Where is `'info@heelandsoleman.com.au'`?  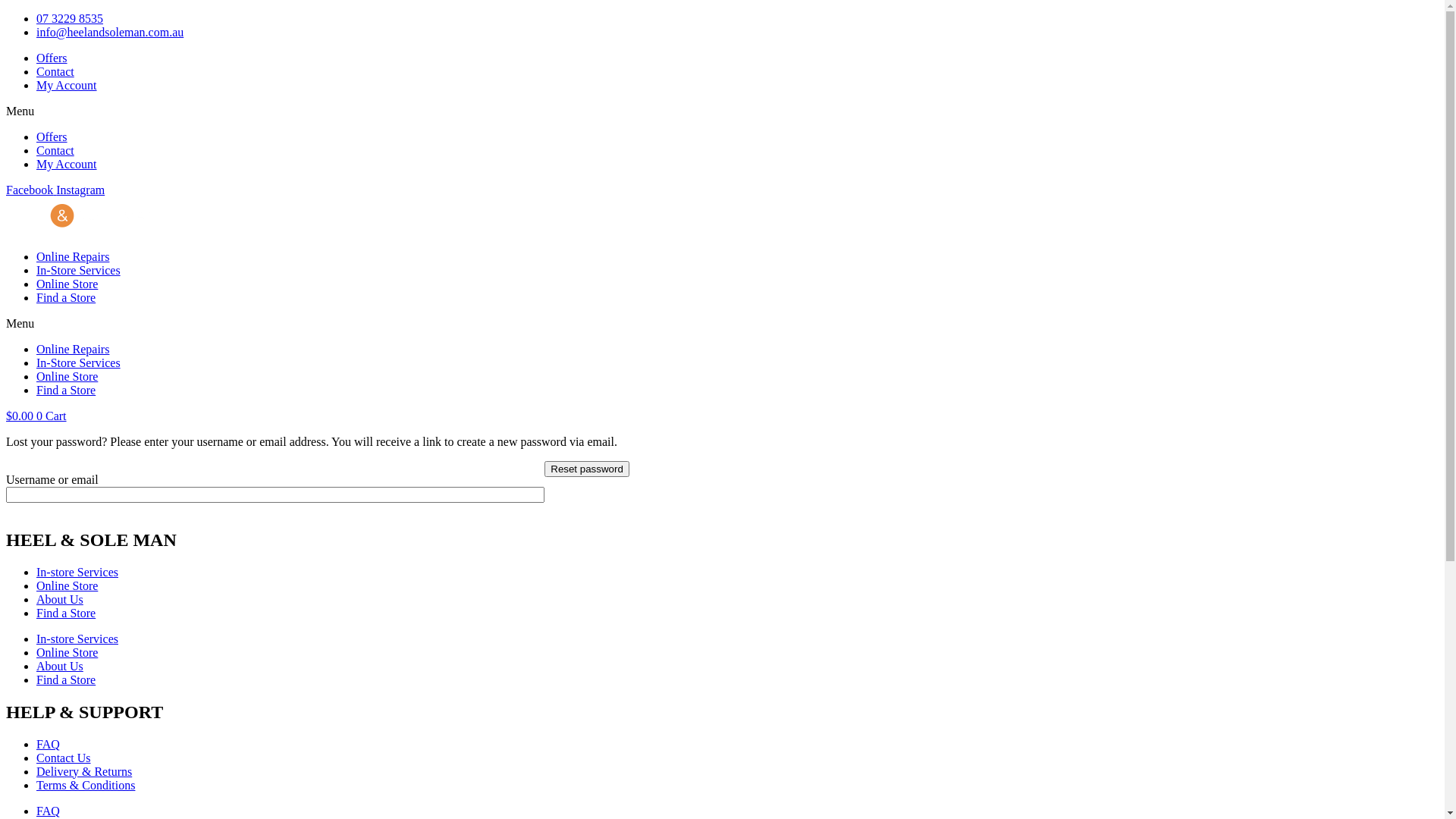
'info@heelandsoleman.com.au' is located at coordinates (108, 32).